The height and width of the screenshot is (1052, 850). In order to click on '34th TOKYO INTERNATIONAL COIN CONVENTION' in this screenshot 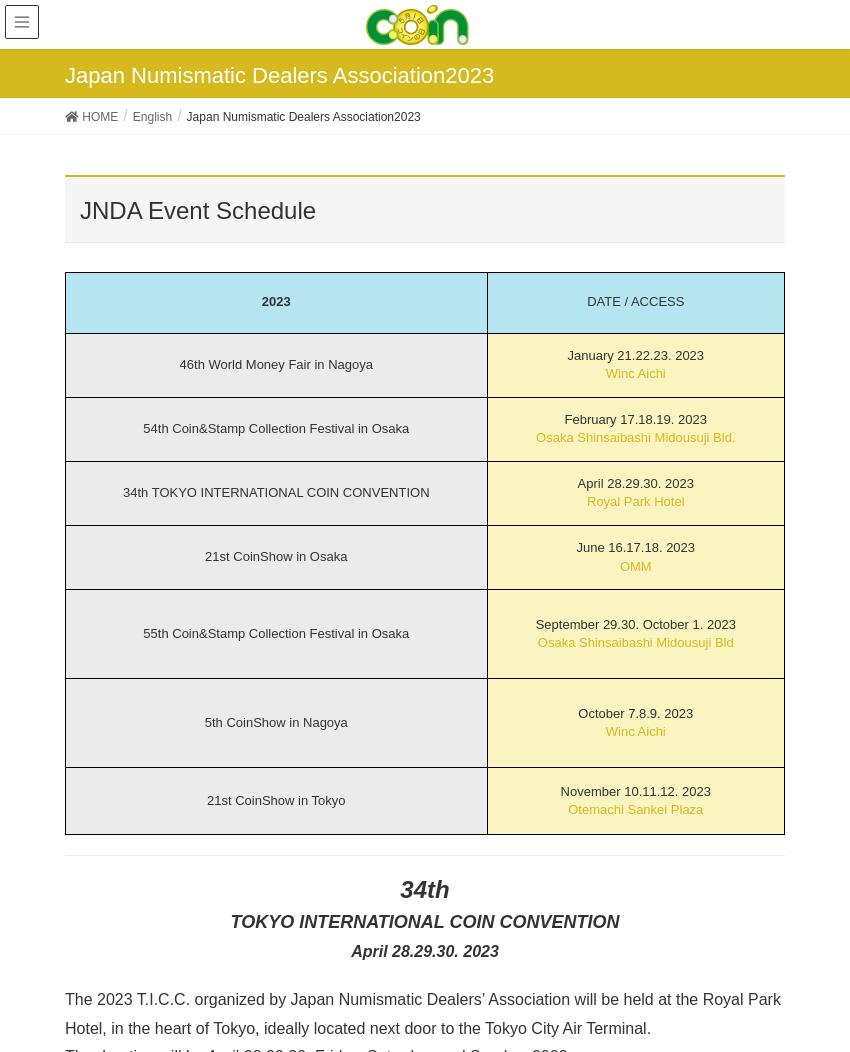, I will do `click(274, 491)`.